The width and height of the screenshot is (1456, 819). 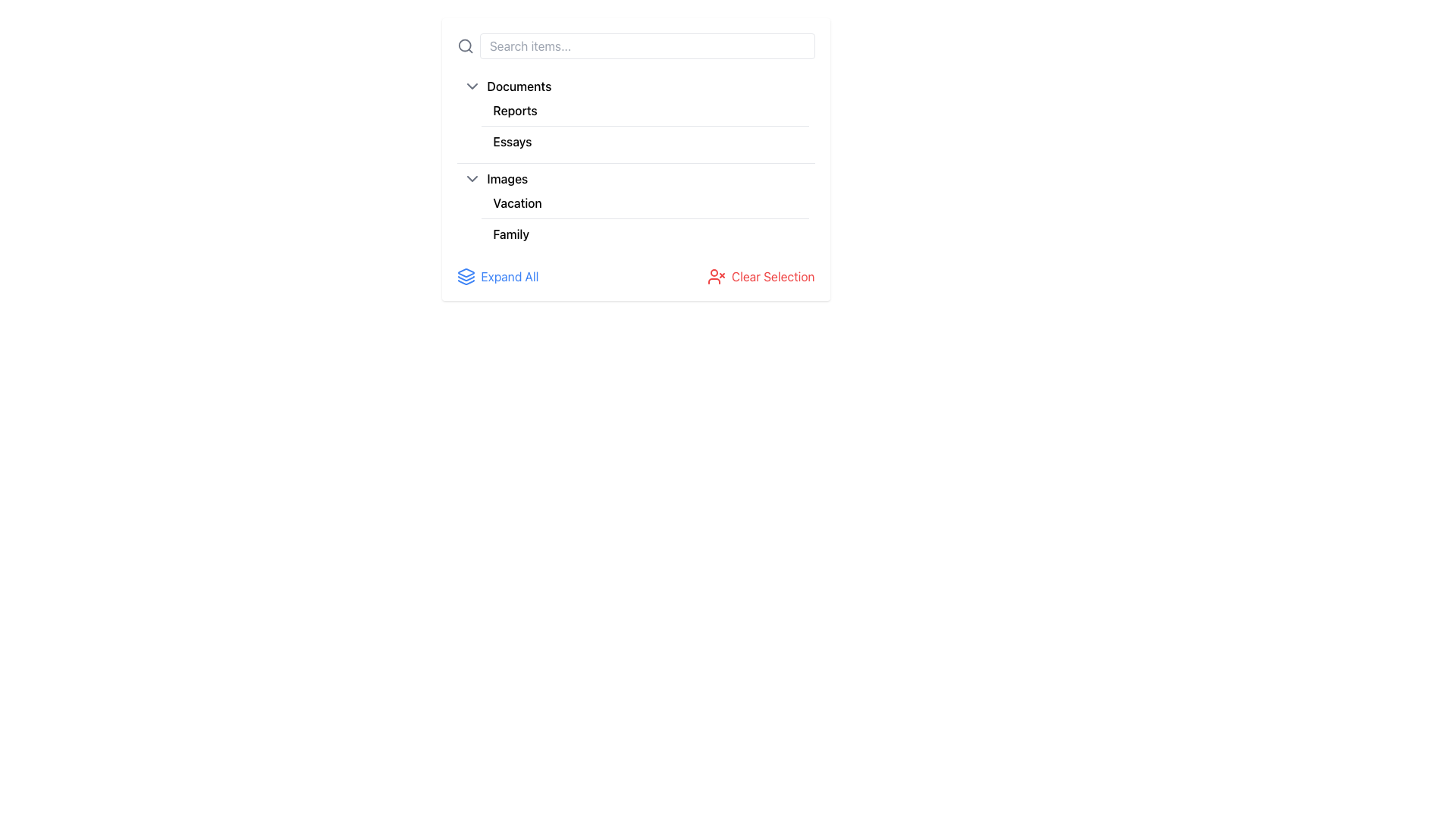 What do you see at coordinates (761, 277) in the screenshot?
I see `the 'Clear Selection' button located at the bottom-right of the control bar` at bounding box center [761, 277].